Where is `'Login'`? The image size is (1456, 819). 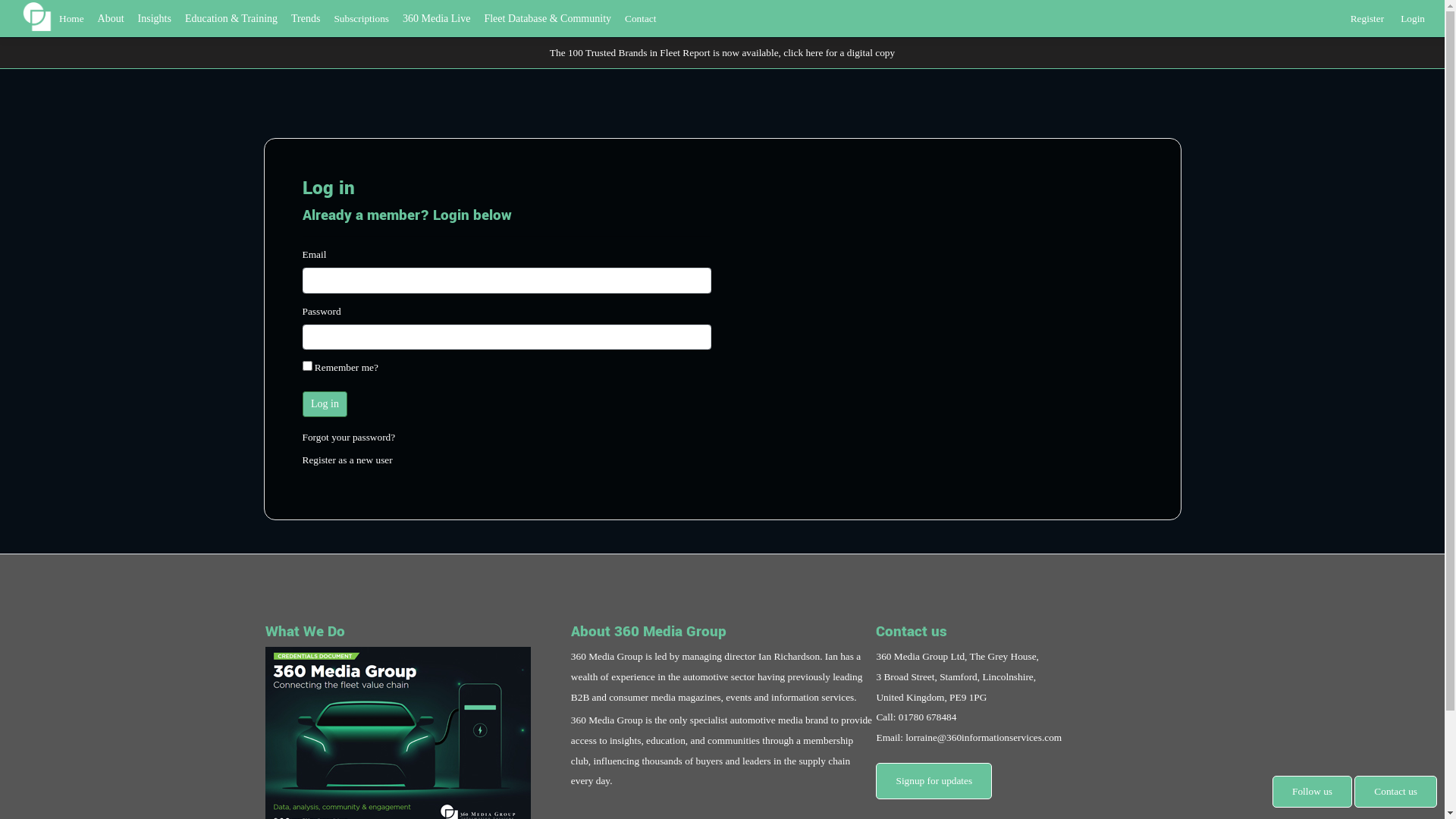
'Login' is located at coordinates (1411, 15).